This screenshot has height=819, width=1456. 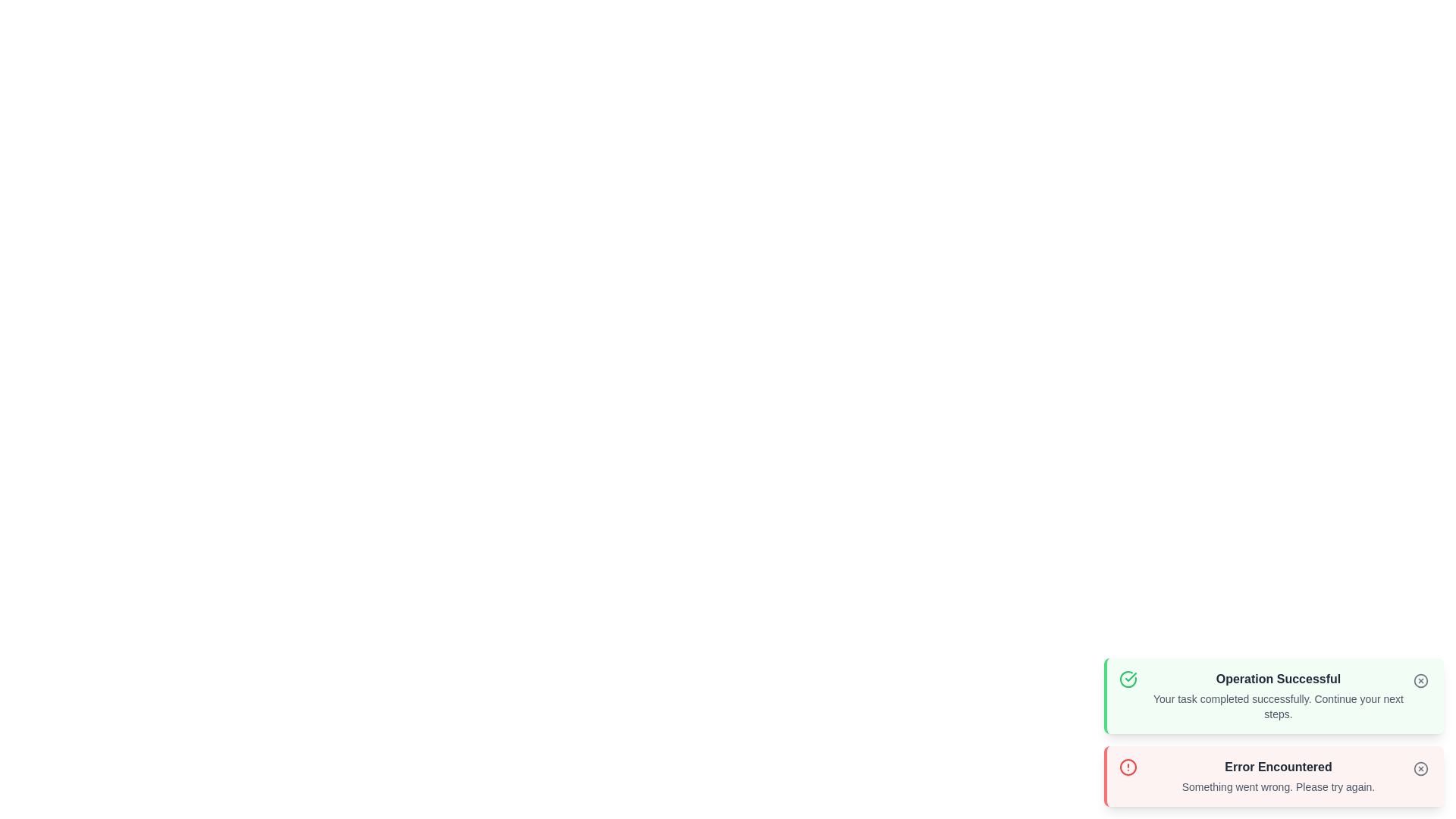 What do you see at coordinates (1277, 678) in the screenshot?
I see `the main title text label of the notification that summarizes the successful completion of an operation` at bounding box center [1277, 678].